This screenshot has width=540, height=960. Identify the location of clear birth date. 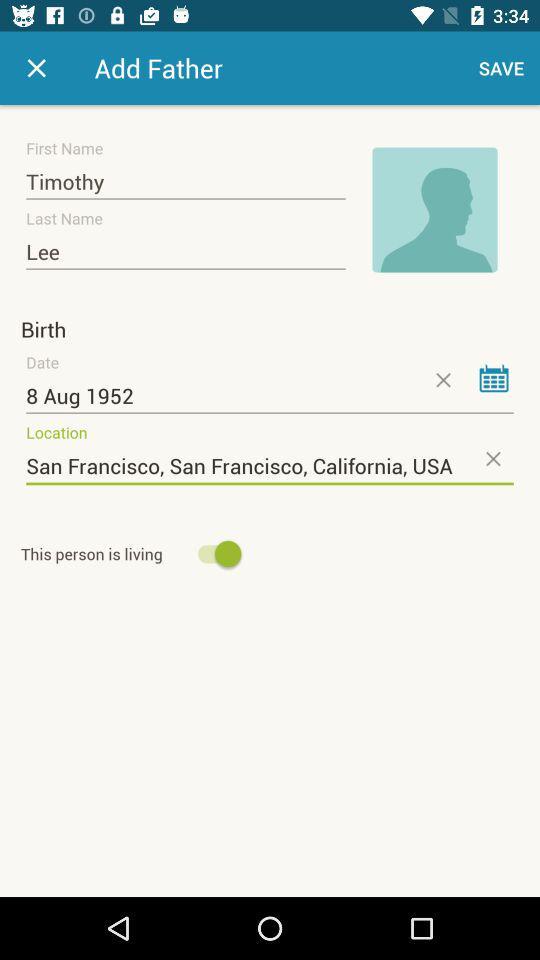
(442, 379).